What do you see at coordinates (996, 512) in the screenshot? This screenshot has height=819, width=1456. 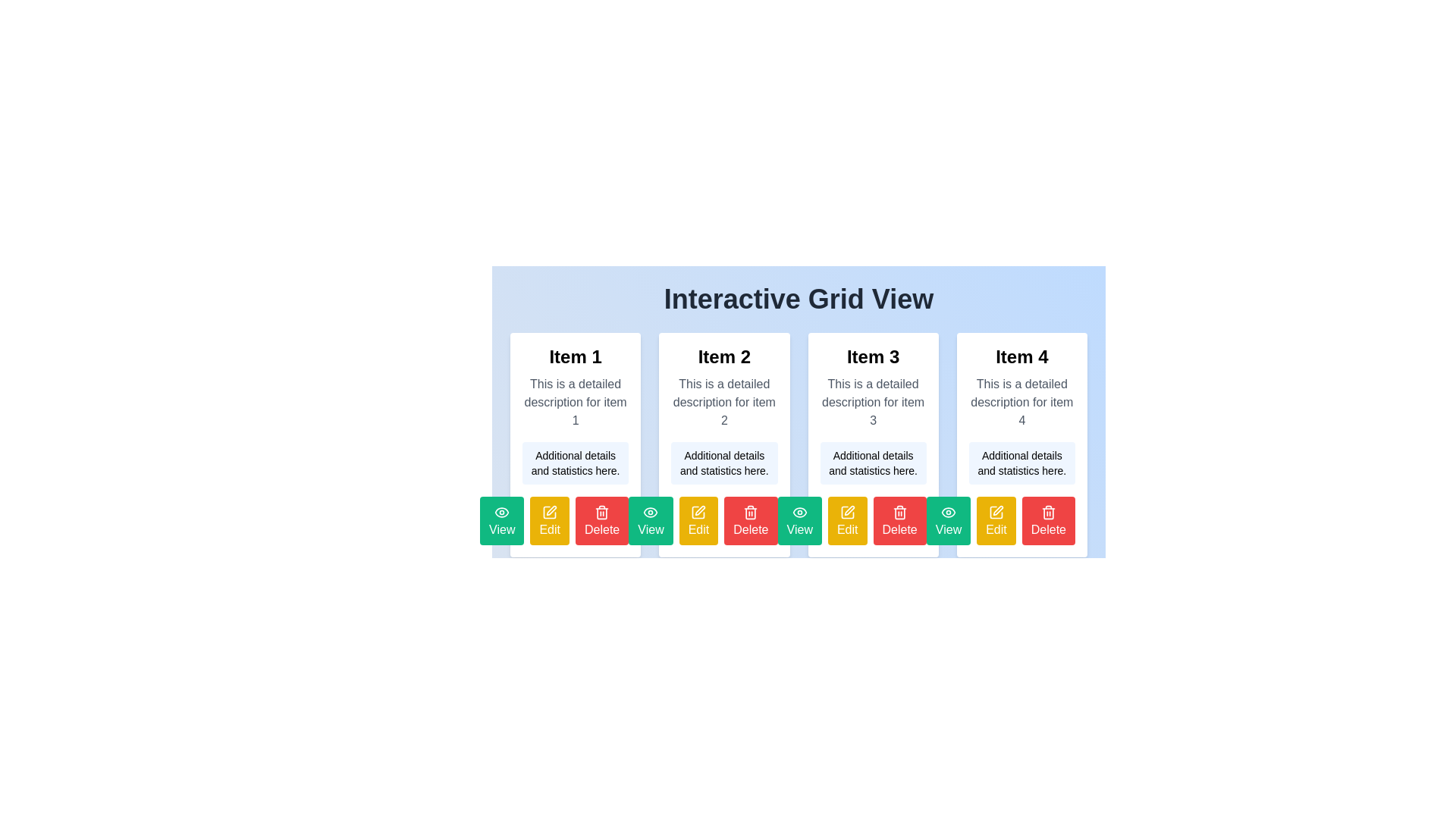 I see `the small square icon representing an action, which is the first graphical shape in the Grid View layout under Item 4` at bounding box center [996, 512].